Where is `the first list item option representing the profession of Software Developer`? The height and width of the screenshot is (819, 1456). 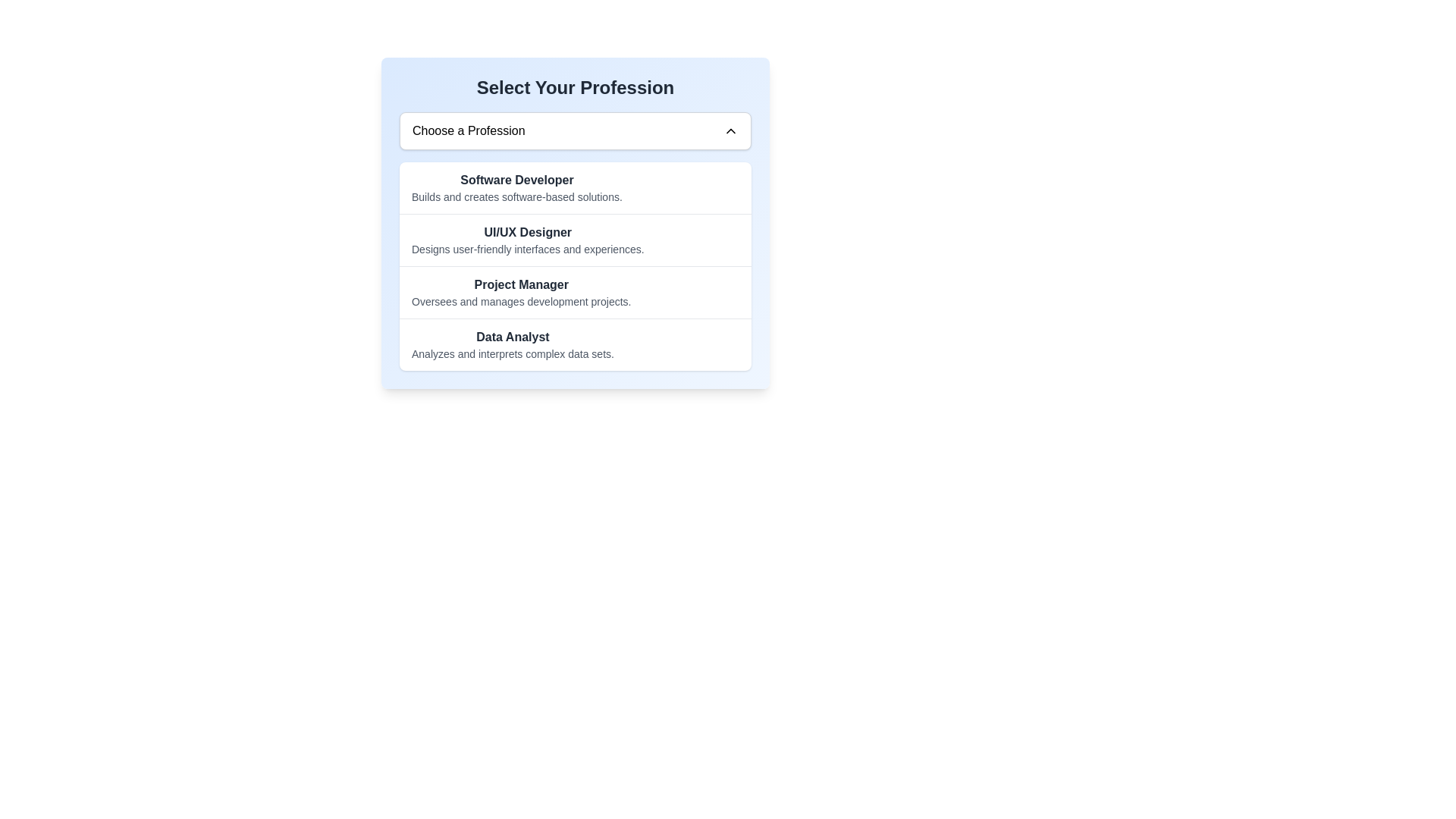
the first list item option representing the profession of Software Developer is located at coordinates (516, 187).